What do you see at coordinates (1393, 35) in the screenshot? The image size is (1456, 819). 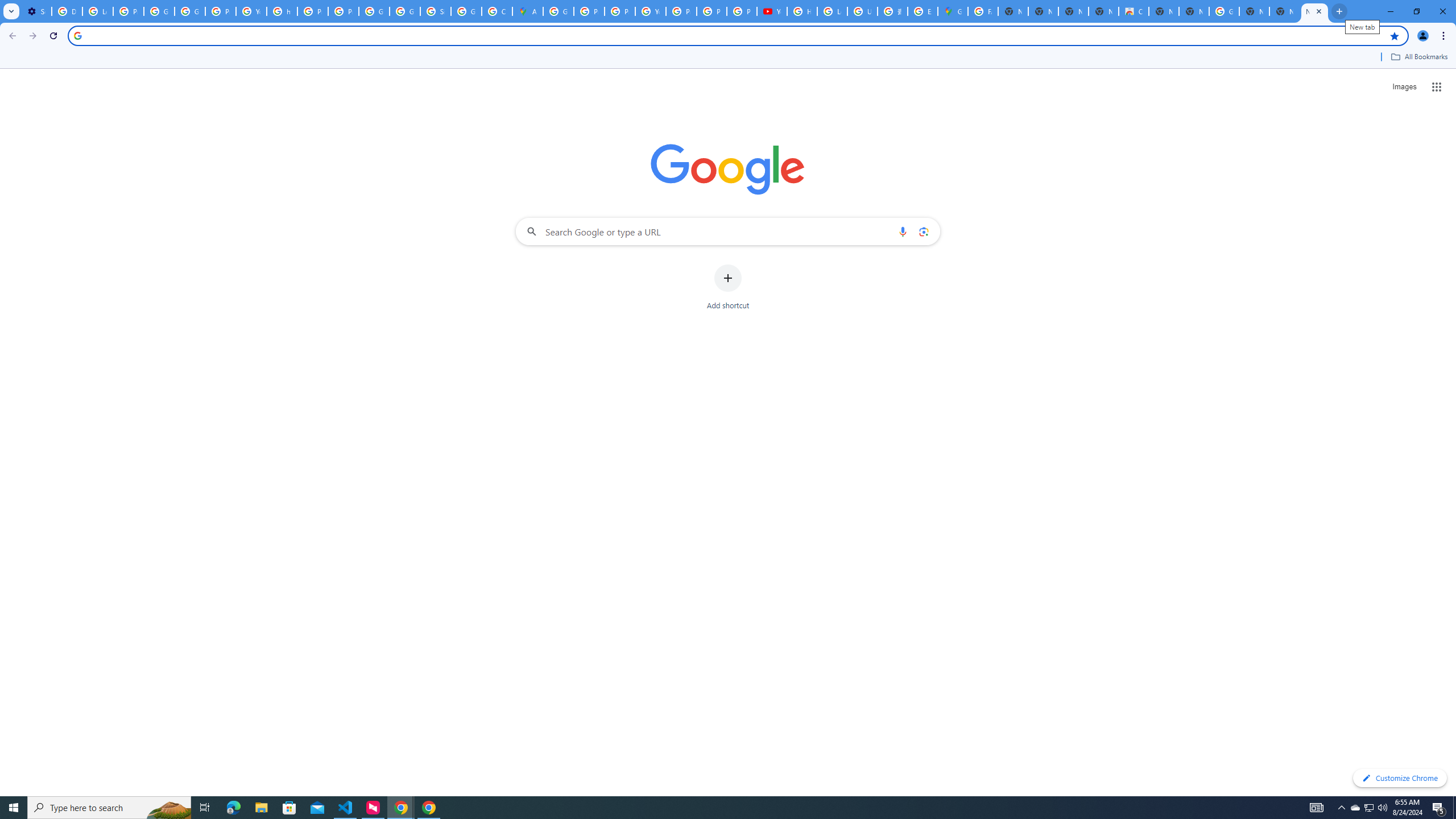 I see `'Bookmark this tab'` at bounding box center [1393, 35].